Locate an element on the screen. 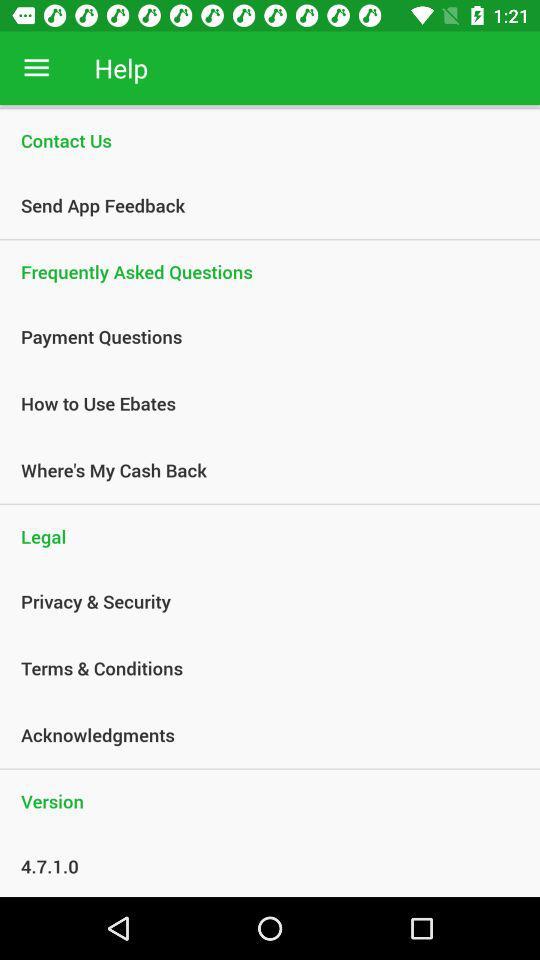  the app to the left of help icon is located at coordinates (36, 68).